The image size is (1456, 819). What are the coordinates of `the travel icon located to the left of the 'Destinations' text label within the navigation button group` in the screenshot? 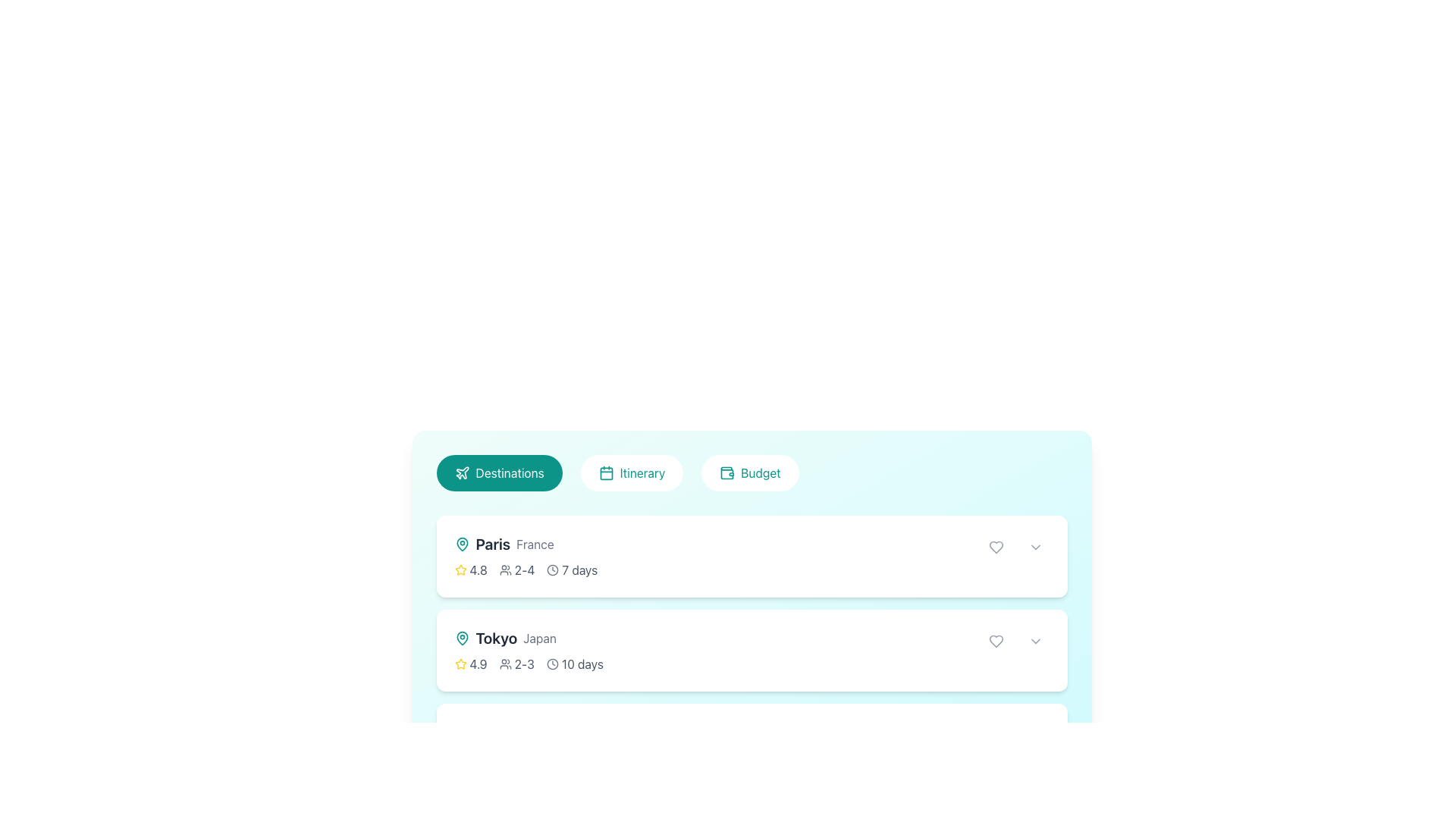 It's located at (461, 472).